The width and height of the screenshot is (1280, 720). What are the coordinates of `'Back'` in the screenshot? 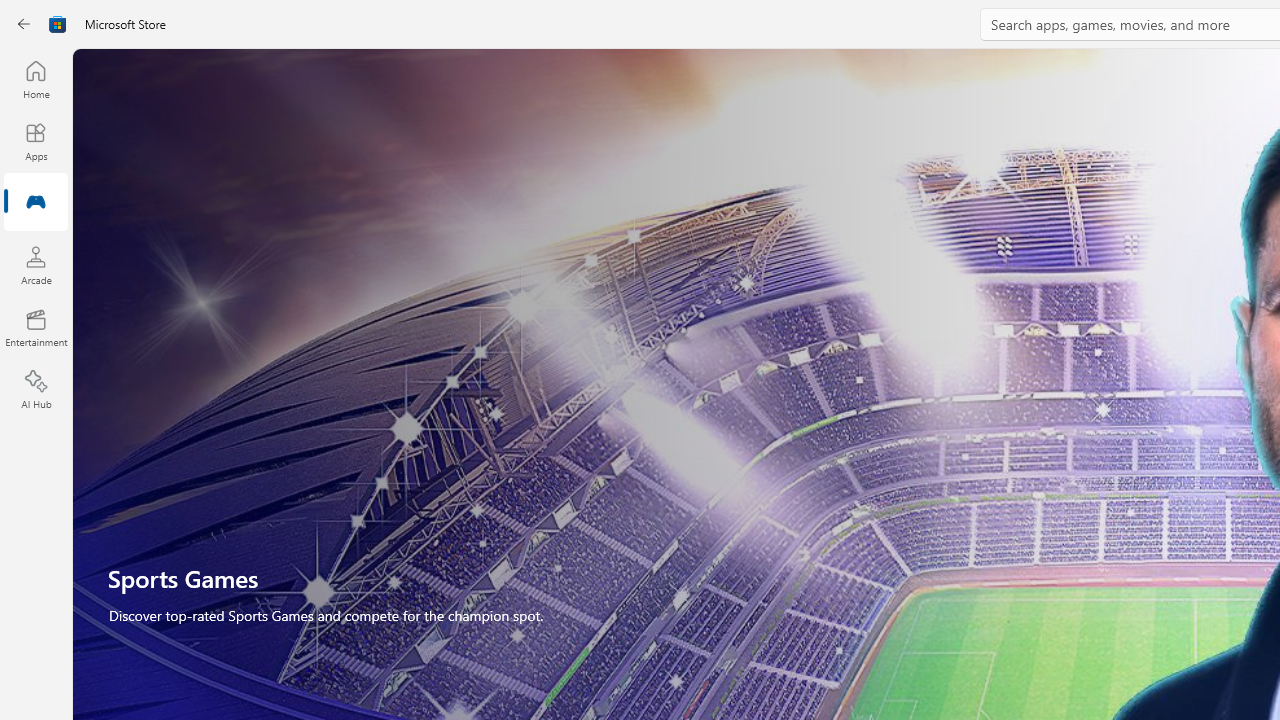 It's located at (24, 24).